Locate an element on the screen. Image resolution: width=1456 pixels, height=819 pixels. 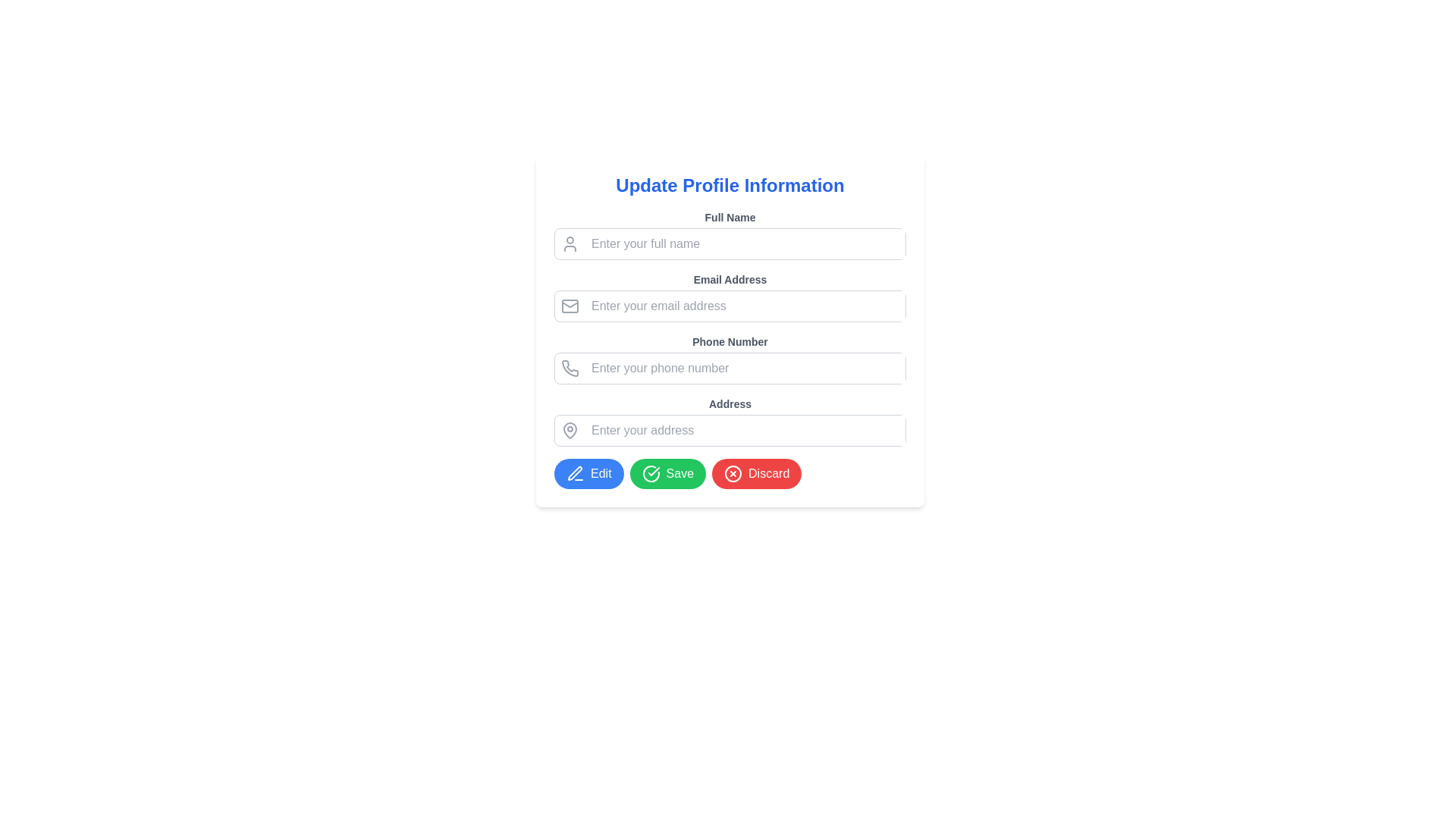
the phone number input field to focus it, which is the third input field in the form located below the 'Email Address' field and above the 'Address' field is located at coordinates (745, 369).